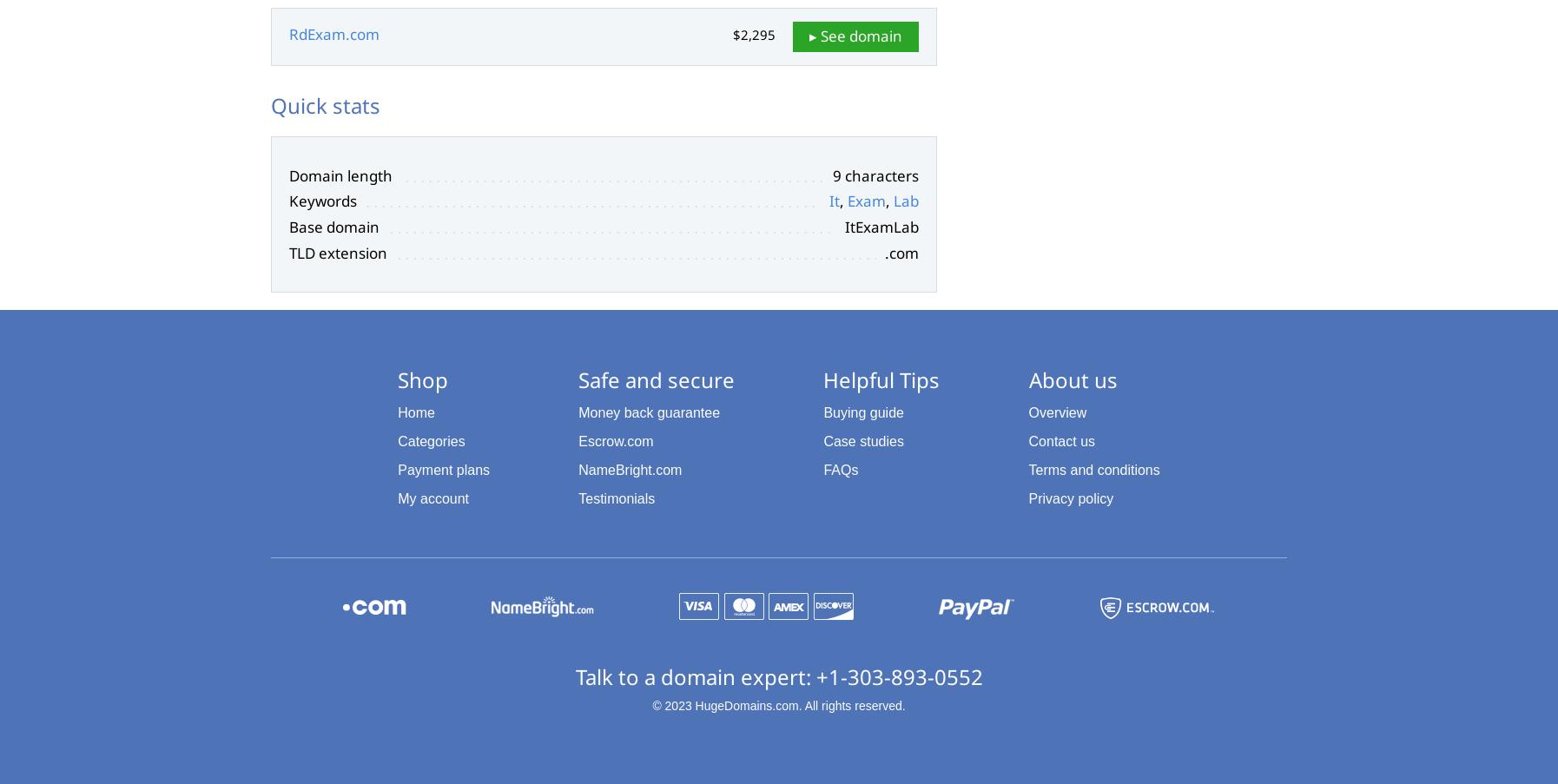 The height and width of the screenshot is (784, 1558). I want to click on 'Overview', so click(1027, 412).